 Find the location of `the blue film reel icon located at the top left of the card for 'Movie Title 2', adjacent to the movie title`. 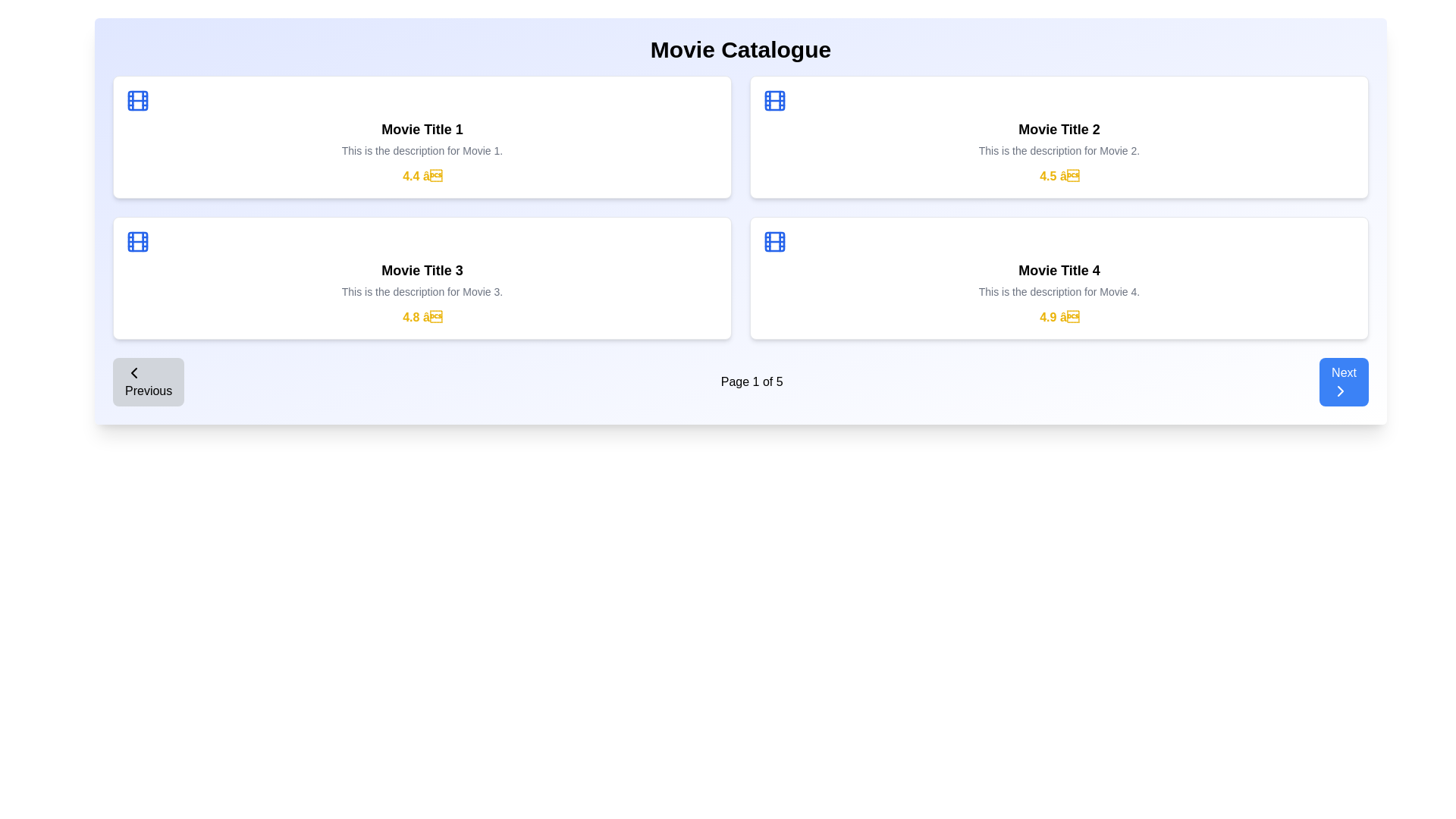

the blue film reel icon located at the top left of the card for 'Movie Title 2', adjacent to the movie title is located at coordinates (775, 100).